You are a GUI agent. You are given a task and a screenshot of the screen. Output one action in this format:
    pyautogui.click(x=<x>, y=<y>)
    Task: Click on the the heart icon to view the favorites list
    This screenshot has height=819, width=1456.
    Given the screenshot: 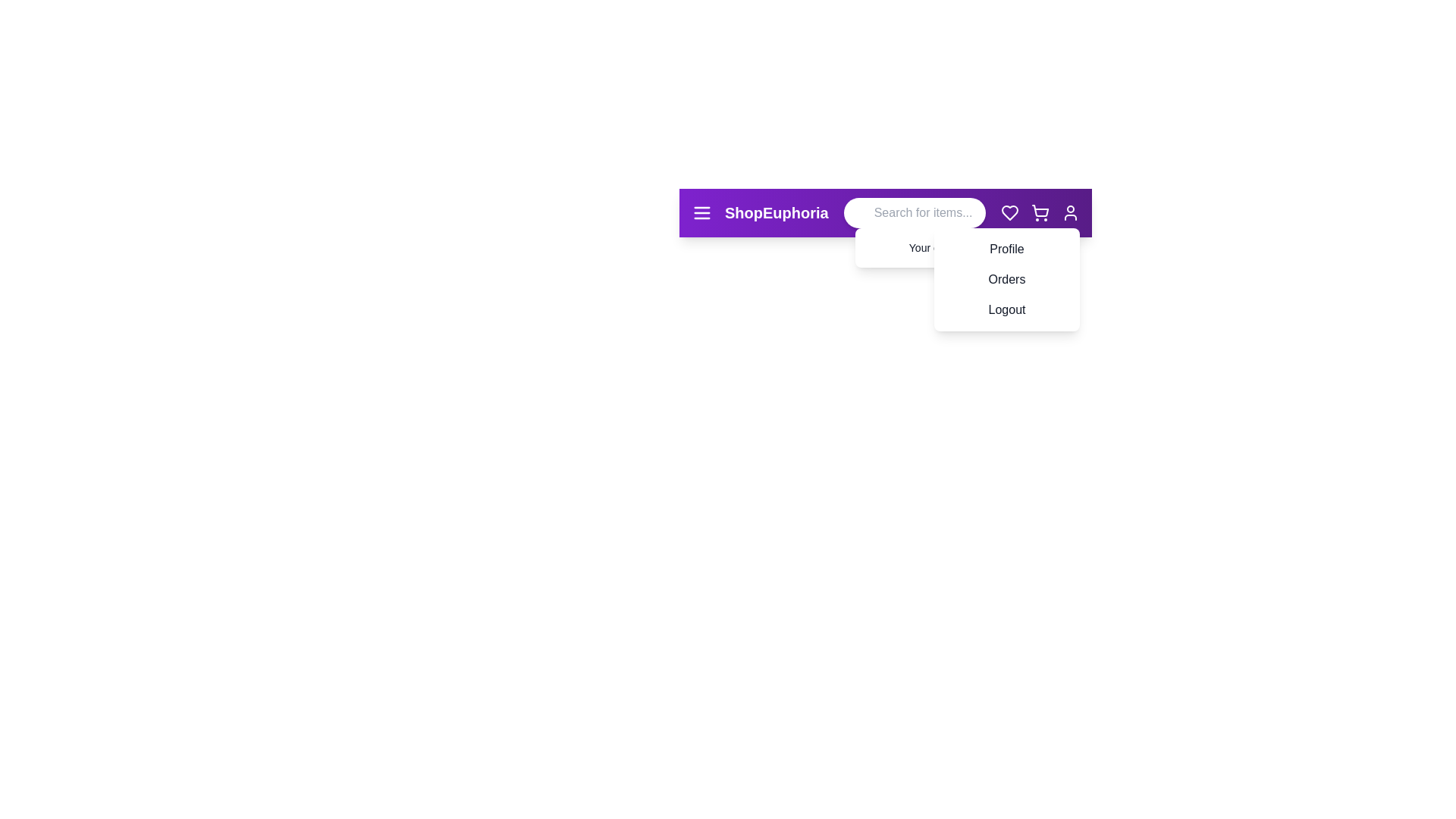 What is the action you would take?
    pyautogui.click(x=1009, y=213)
    